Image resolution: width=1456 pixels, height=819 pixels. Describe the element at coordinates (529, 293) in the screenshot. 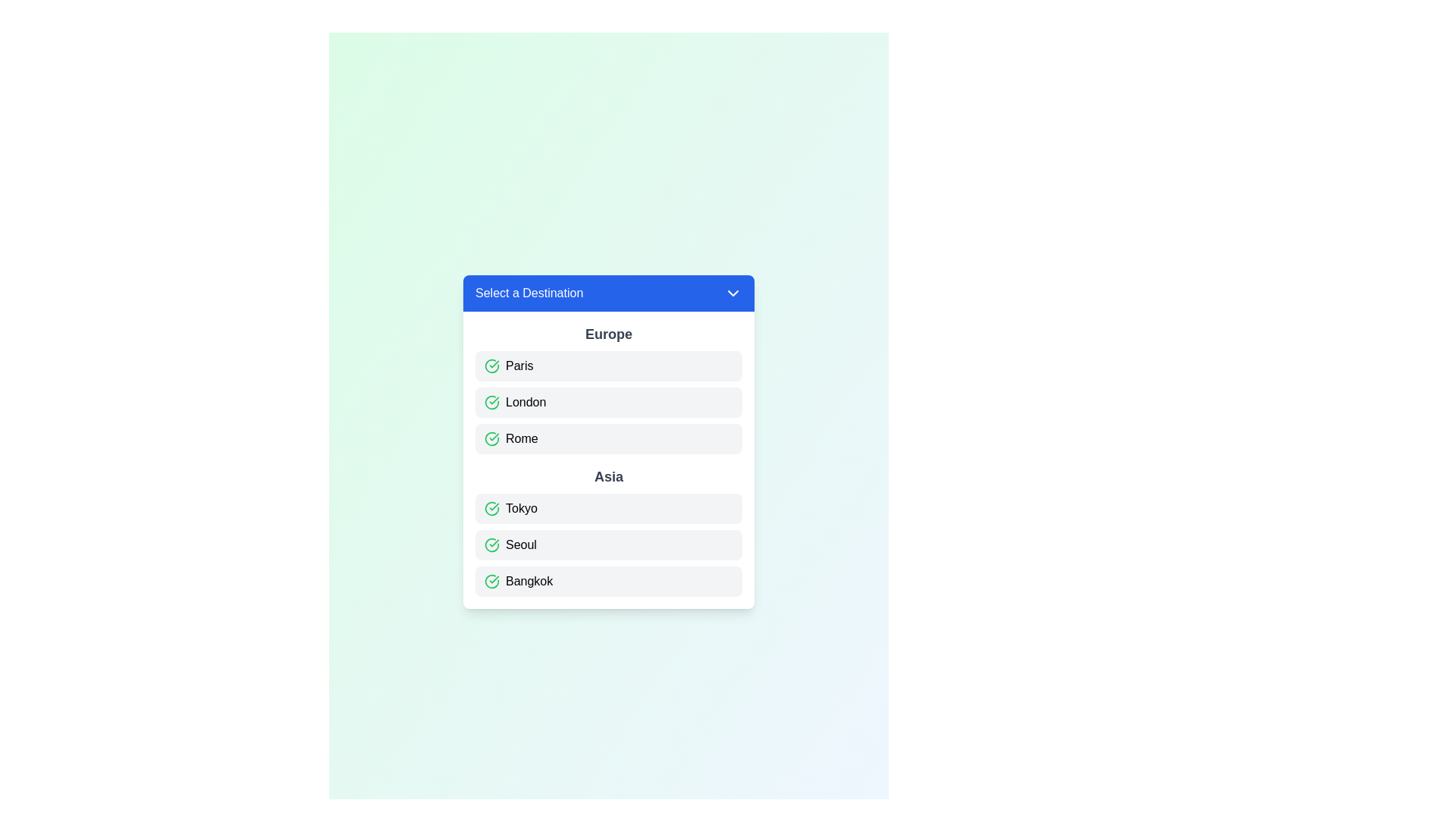

I see `text displayed in the header section that says 'Select a Destination', which is in bold white font on a blue background` at that location.